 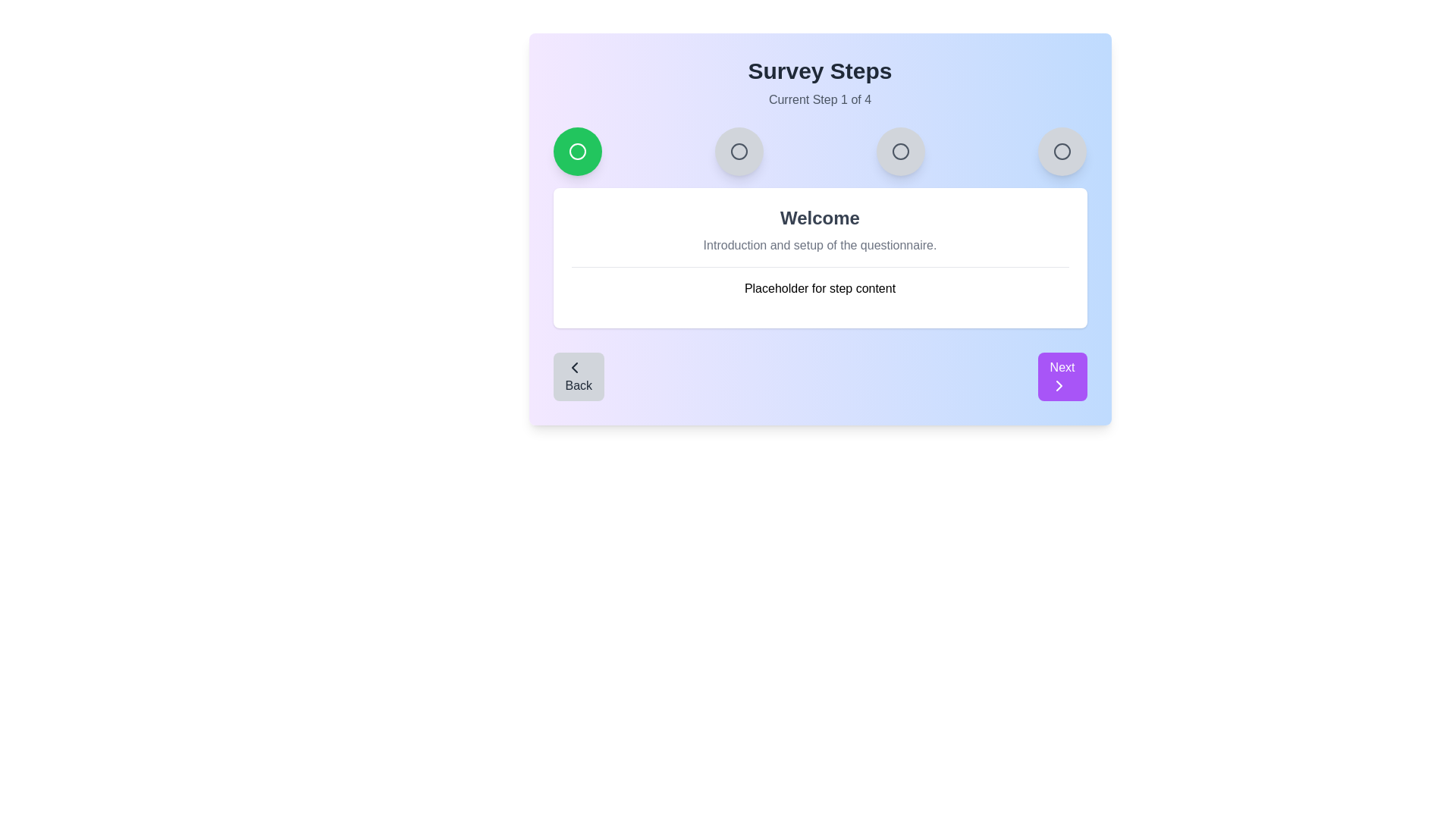 What do you see at coordinates (1062, 152) in the screenshot?
I see `the rightmost circular icon button, which has a hollow outline and is part of a series of four horizontally aligned circular buttons near the top of the interface` at bounding box center [1062, 152].